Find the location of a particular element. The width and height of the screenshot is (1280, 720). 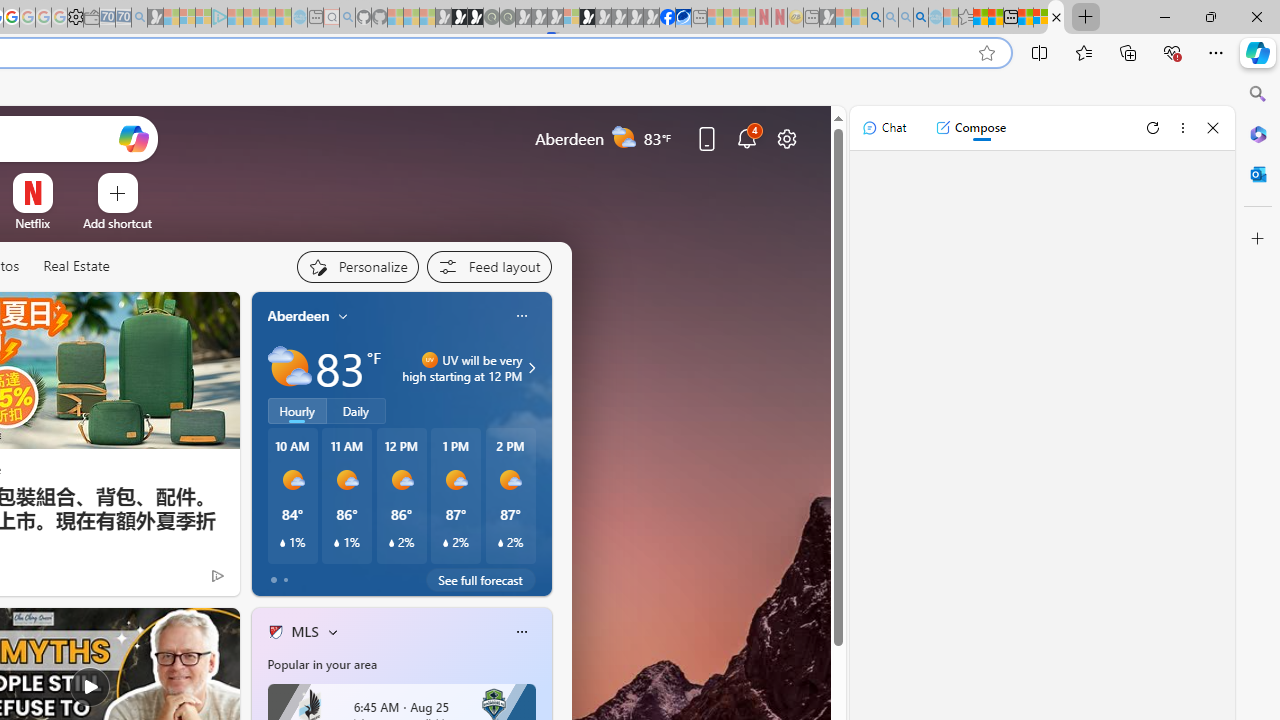

'Bing Real Estate - Home sales and rental listings - Sleeping' is located at coordinates (138, 17).